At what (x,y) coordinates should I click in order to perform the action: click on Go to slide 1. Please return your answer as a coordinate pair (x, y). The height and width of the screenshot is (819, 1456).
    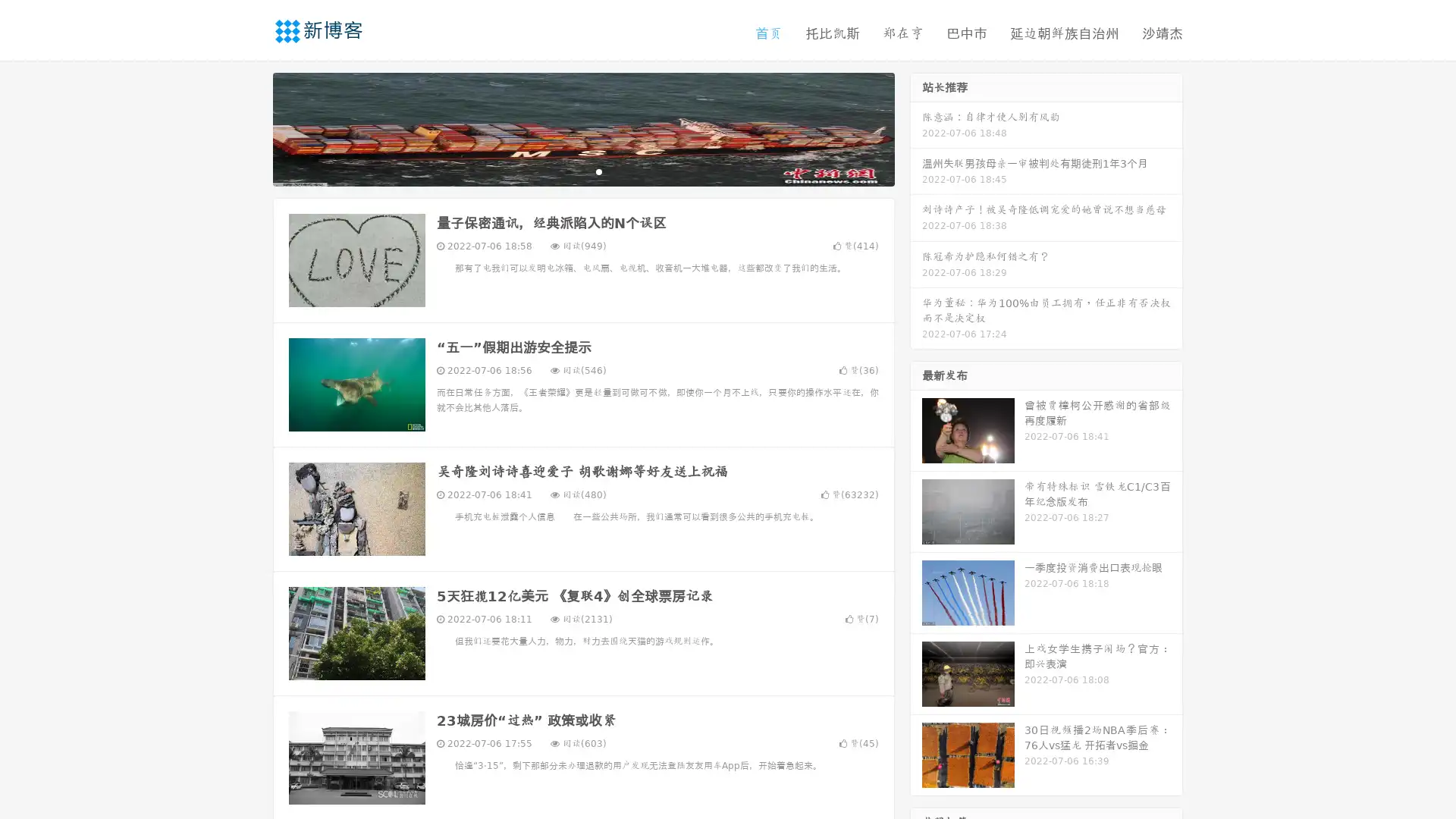
    Looking at the image, I should click on (567, 171).